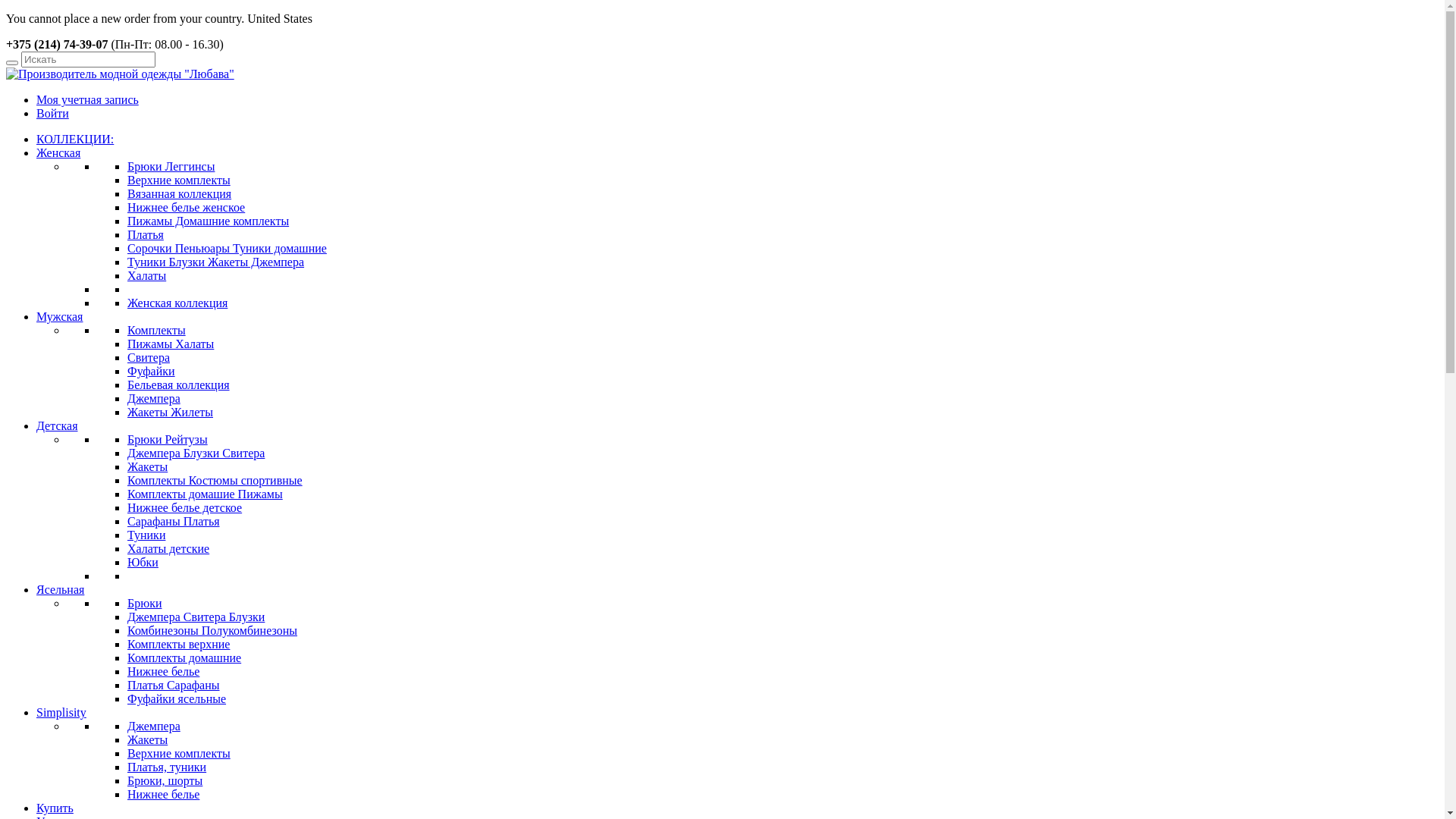  I want to click on 'Simplisity', so click(36, 712).